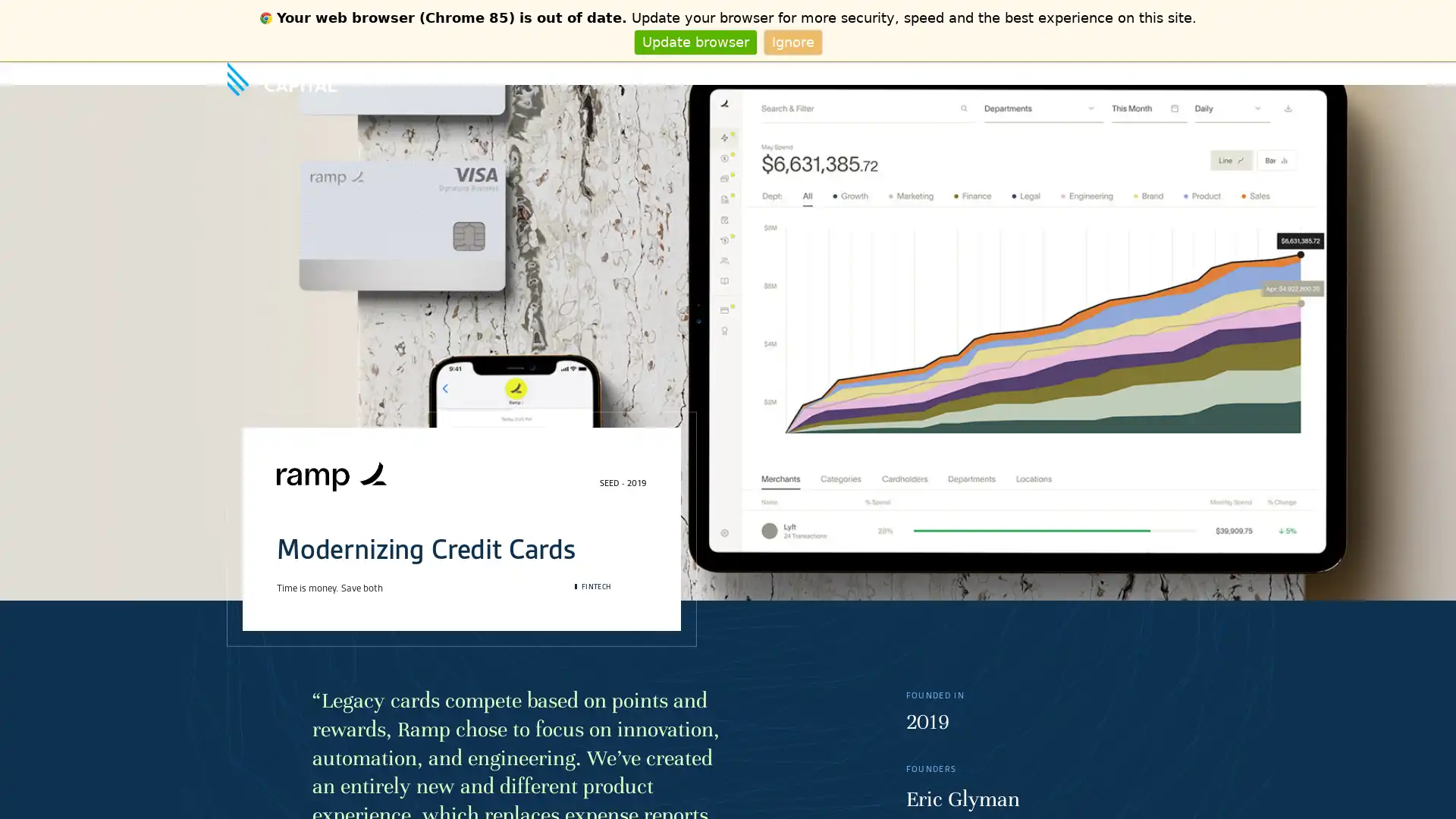  I want to click on MENU, so click(1216, 73).